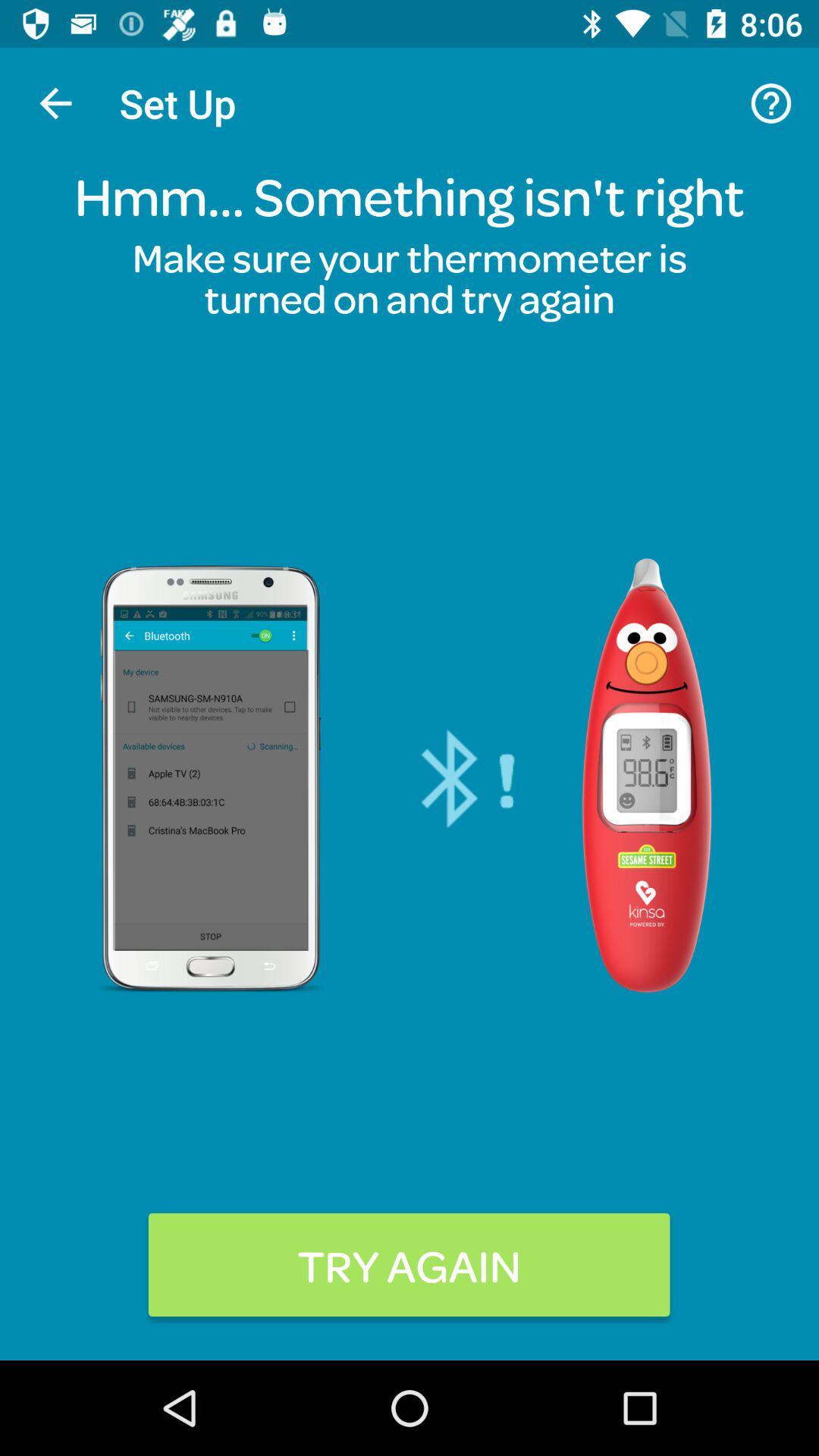 The width and height of the screenshot is (819, 1456). Describe the element at coordinates (55, 102) in the screenshot. I see `go back` at that location.